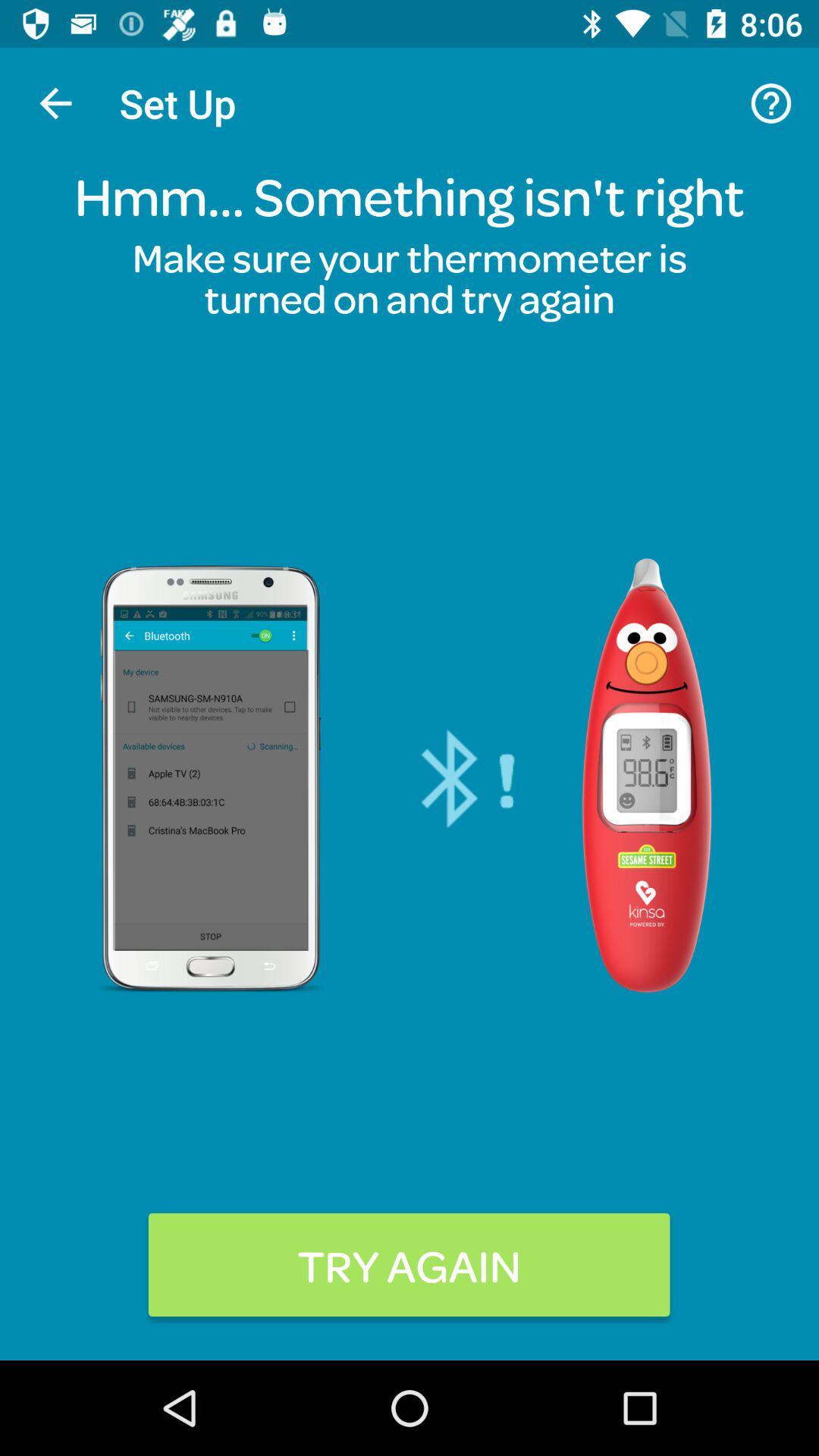 The width and height of the screenshot is (819, 1456). Describe the element at coordinates (55, 102) in the screenshot. I see `go back` at that location.